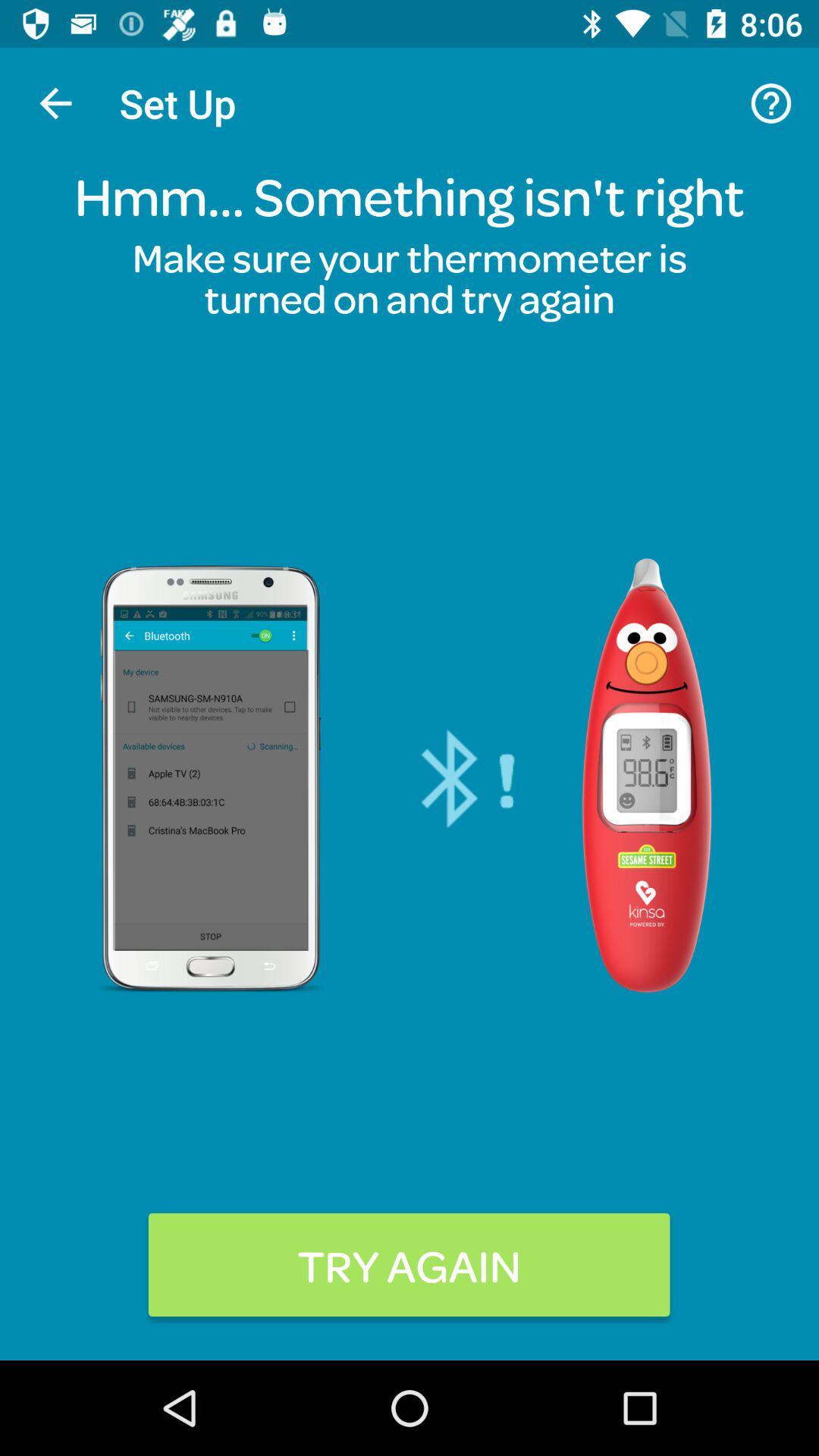 The width and height of the screenshot is (819, 1456). Describe the element at coordinates (55, 102) in the screenshot. I see `go back` at that location.